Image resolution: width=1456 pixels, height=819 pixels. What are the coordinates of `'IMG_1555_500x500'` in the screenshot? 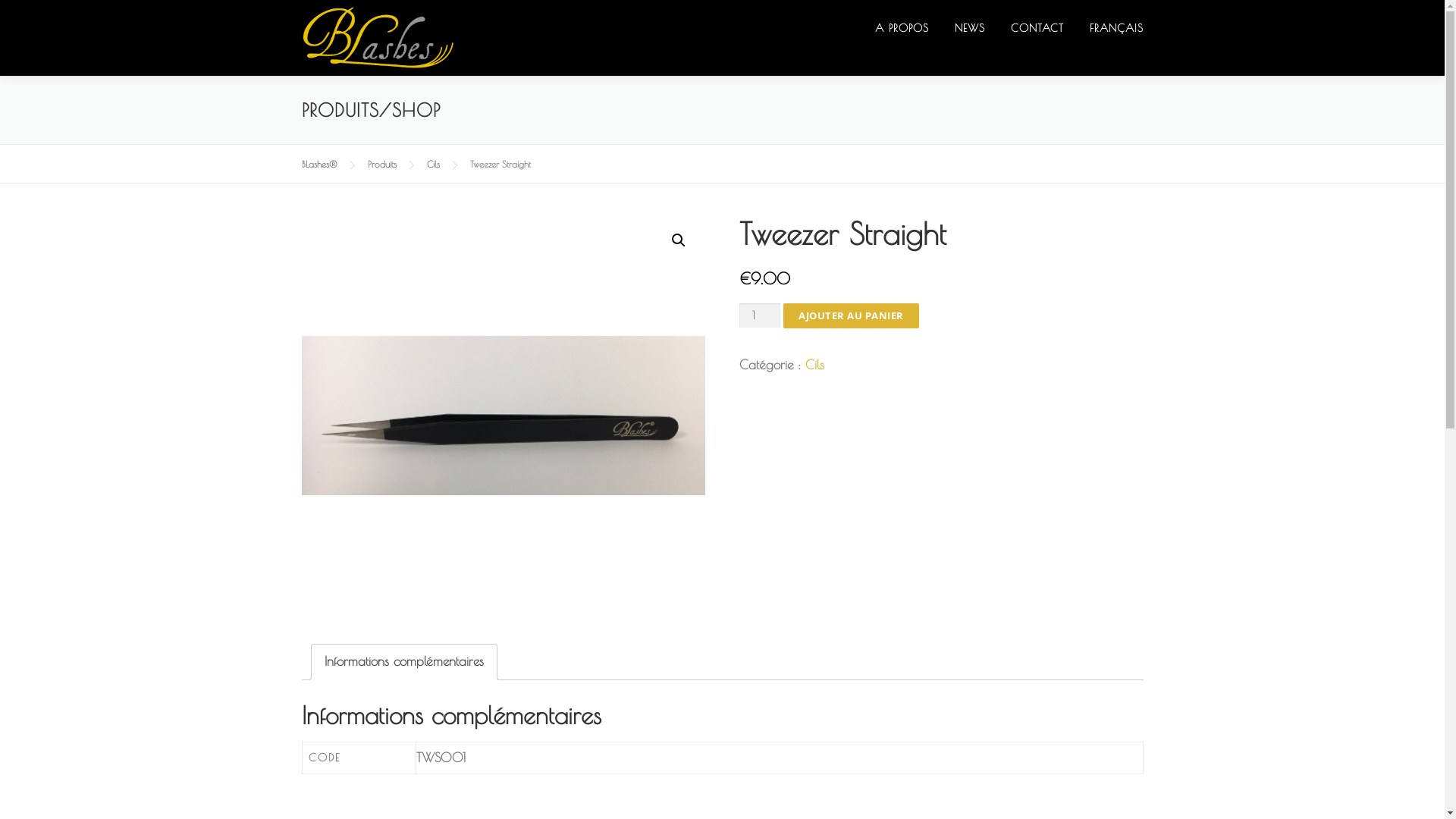 It's located at (302, 416).